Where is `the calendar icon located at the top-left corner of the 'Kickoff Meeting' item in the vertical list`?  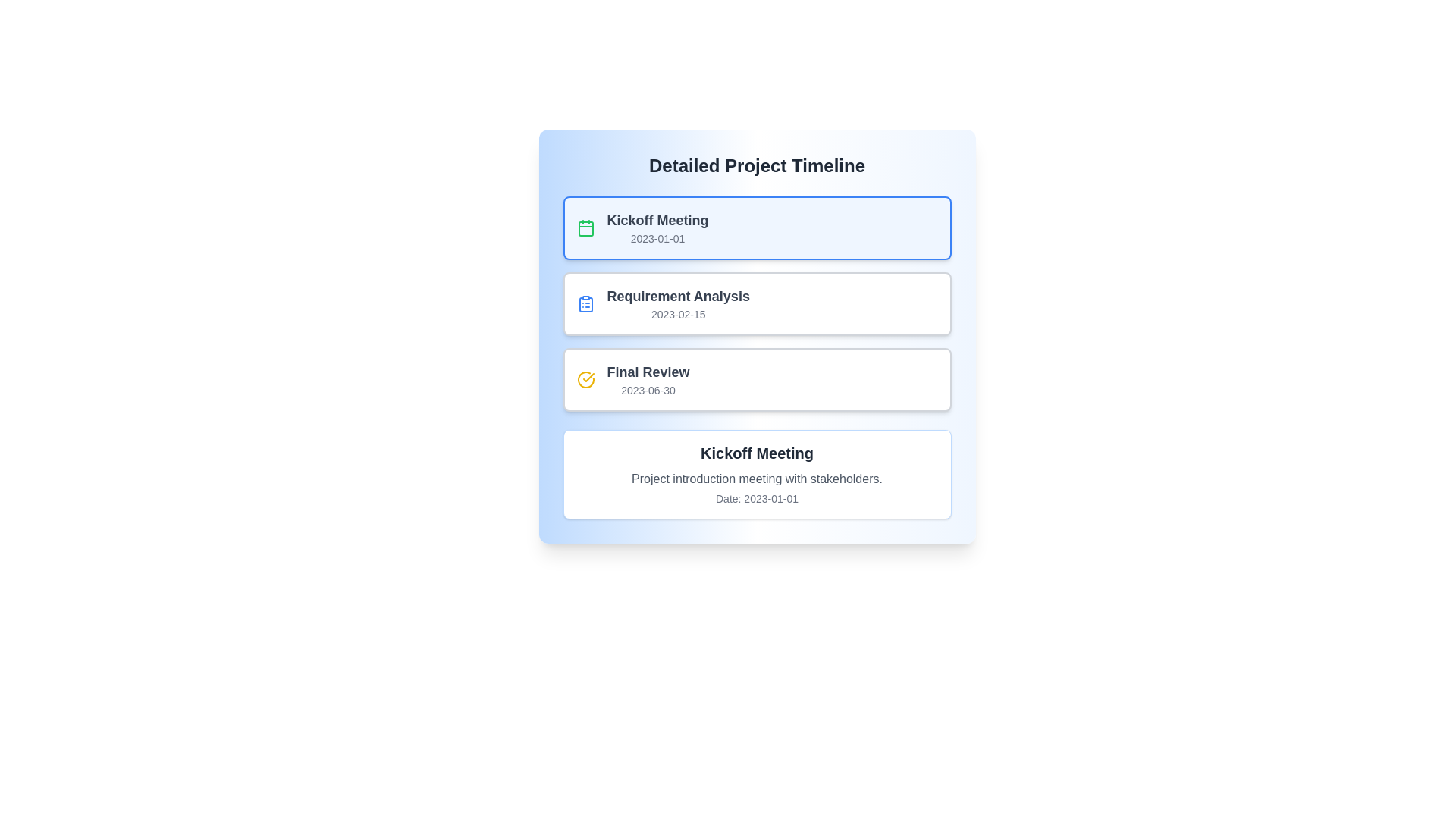
the calendar icon located at the top-left corner of the 'Kickoff Meeting' item in the vertical list is located at coordinates (585, 227).